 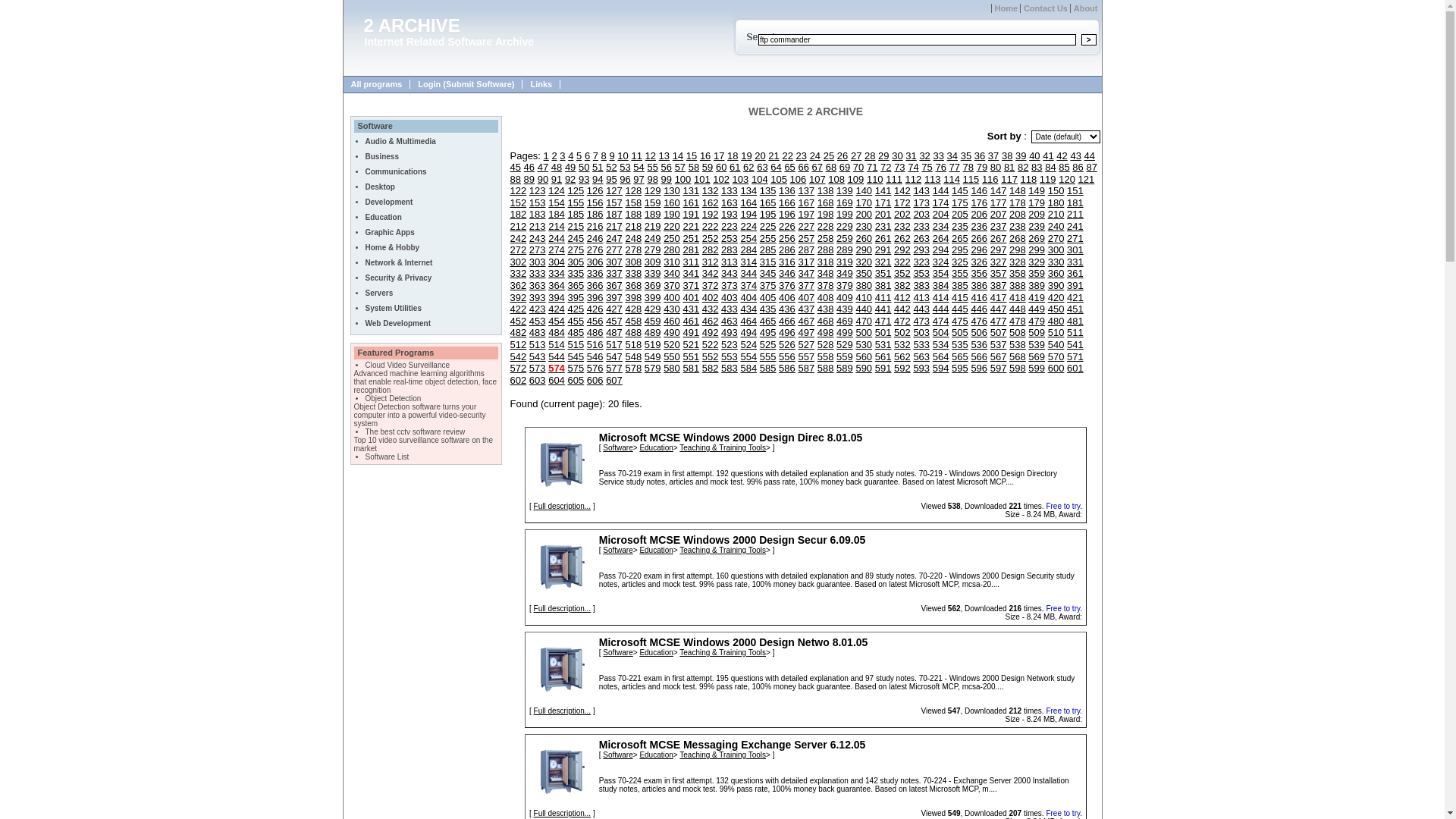 I want to click on '216', so click(x=595, y=226).